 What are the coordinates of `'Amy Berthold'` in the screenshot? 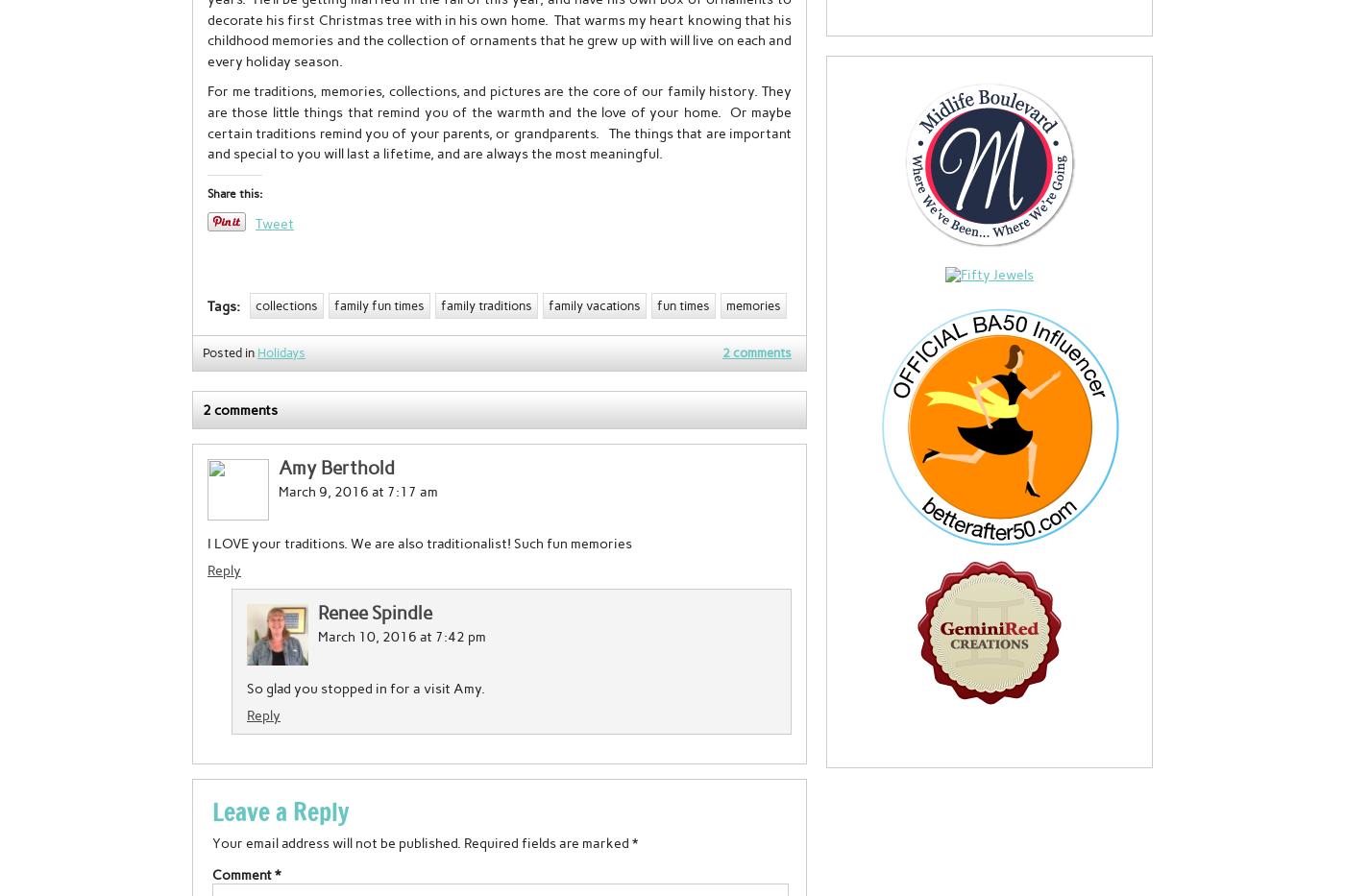 It's located at (336, 468).